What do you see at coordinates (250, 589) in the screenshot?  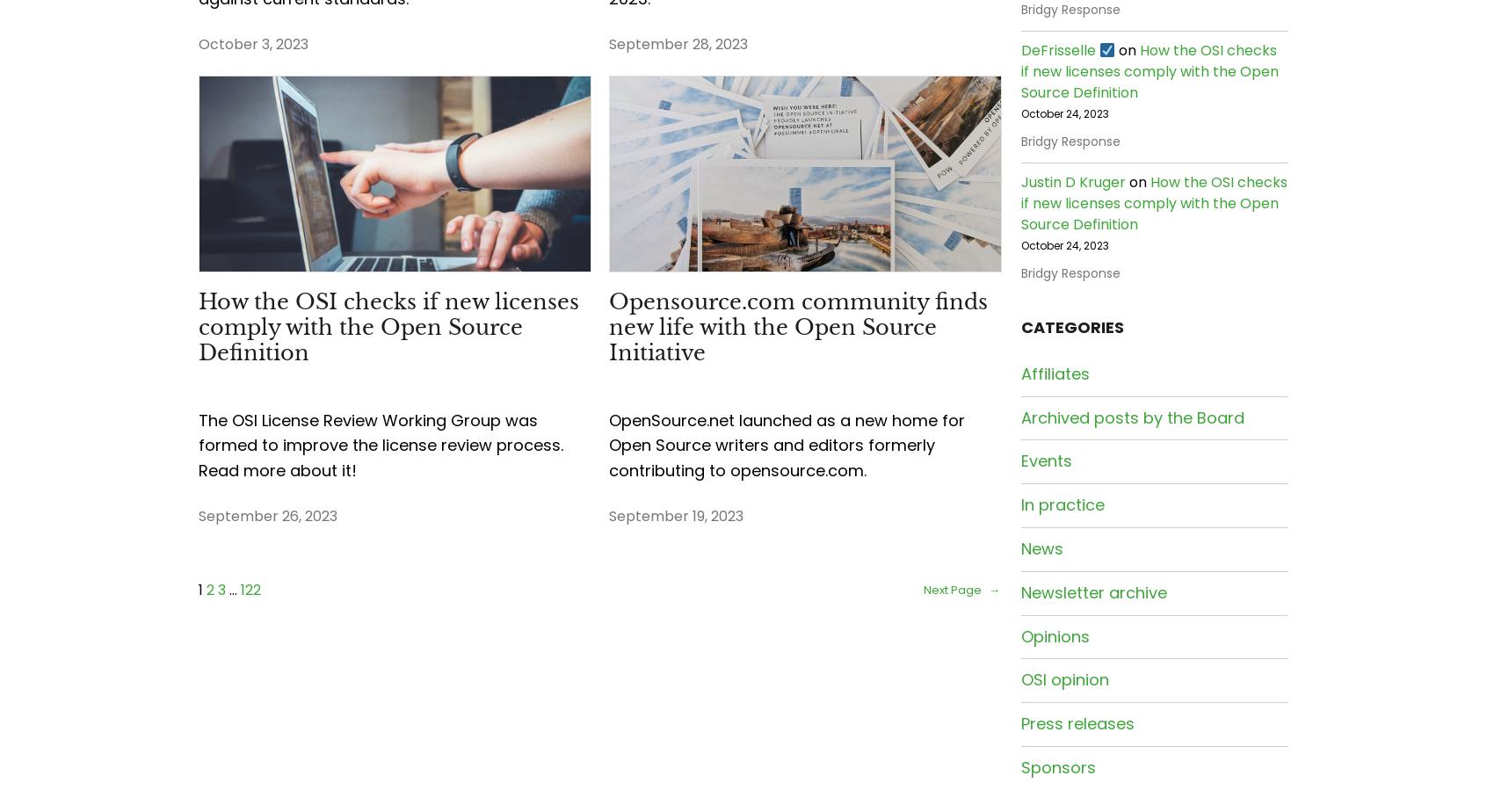 I see `'122'` at bounding box center [250, 589].